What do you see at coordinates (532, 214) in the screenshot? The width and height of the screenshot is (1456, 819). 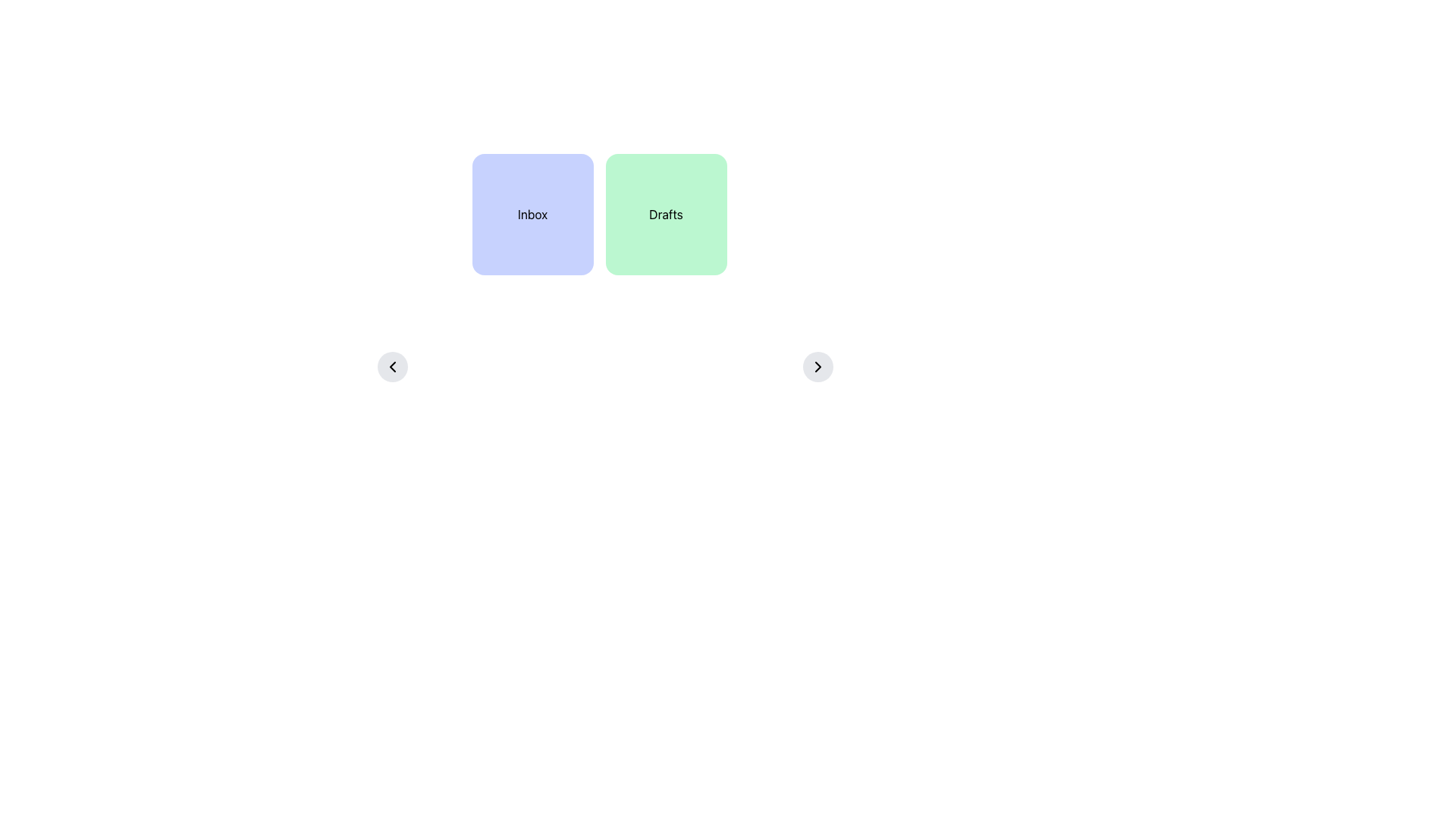 I see `the first List Item labeled 'Inbox', which is a light blue square with rounded corners` at bounding box center [532, 214].